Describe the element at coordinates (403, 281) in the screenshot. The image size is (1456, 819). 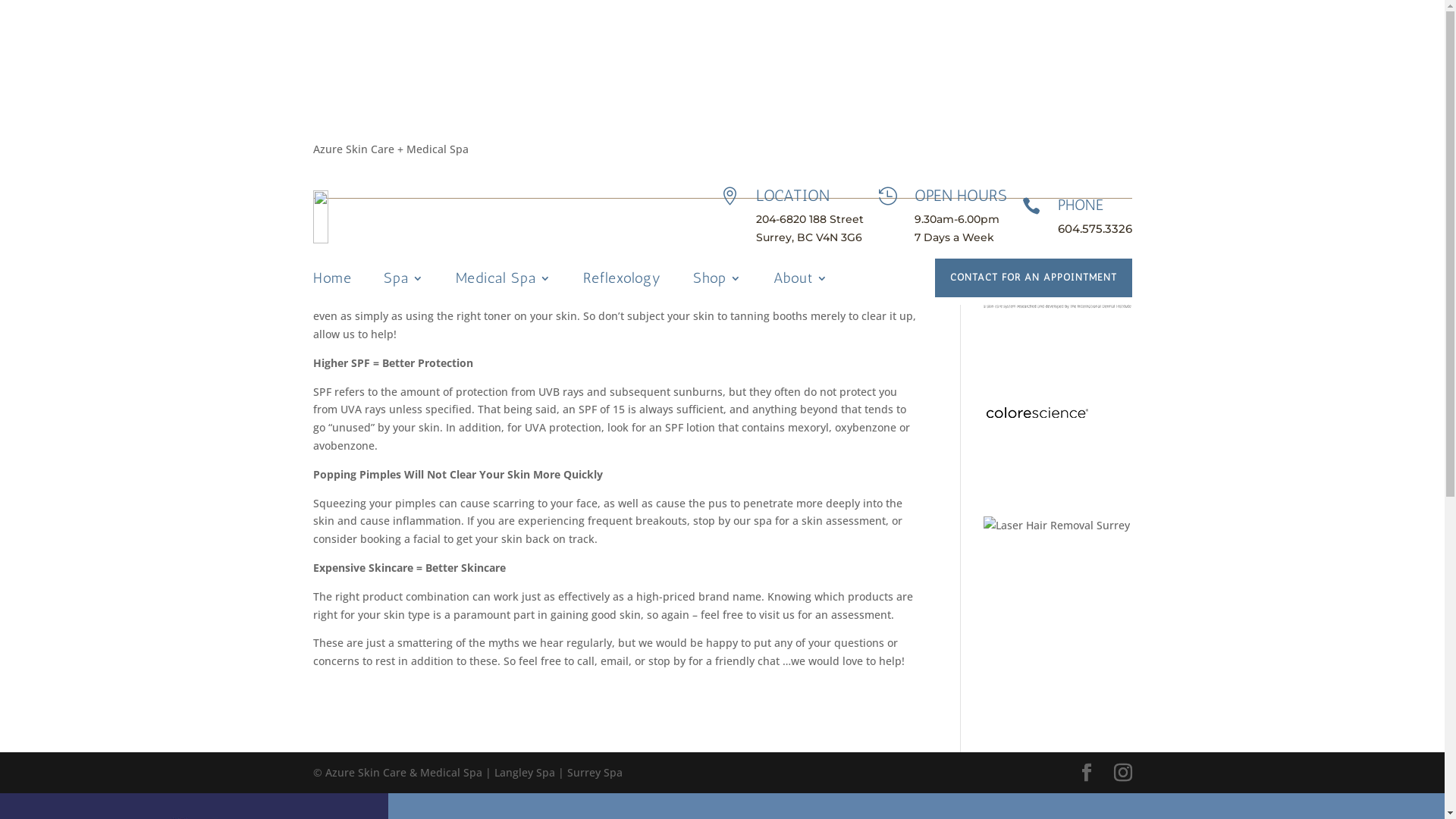
I see `'Spa'` at that location.